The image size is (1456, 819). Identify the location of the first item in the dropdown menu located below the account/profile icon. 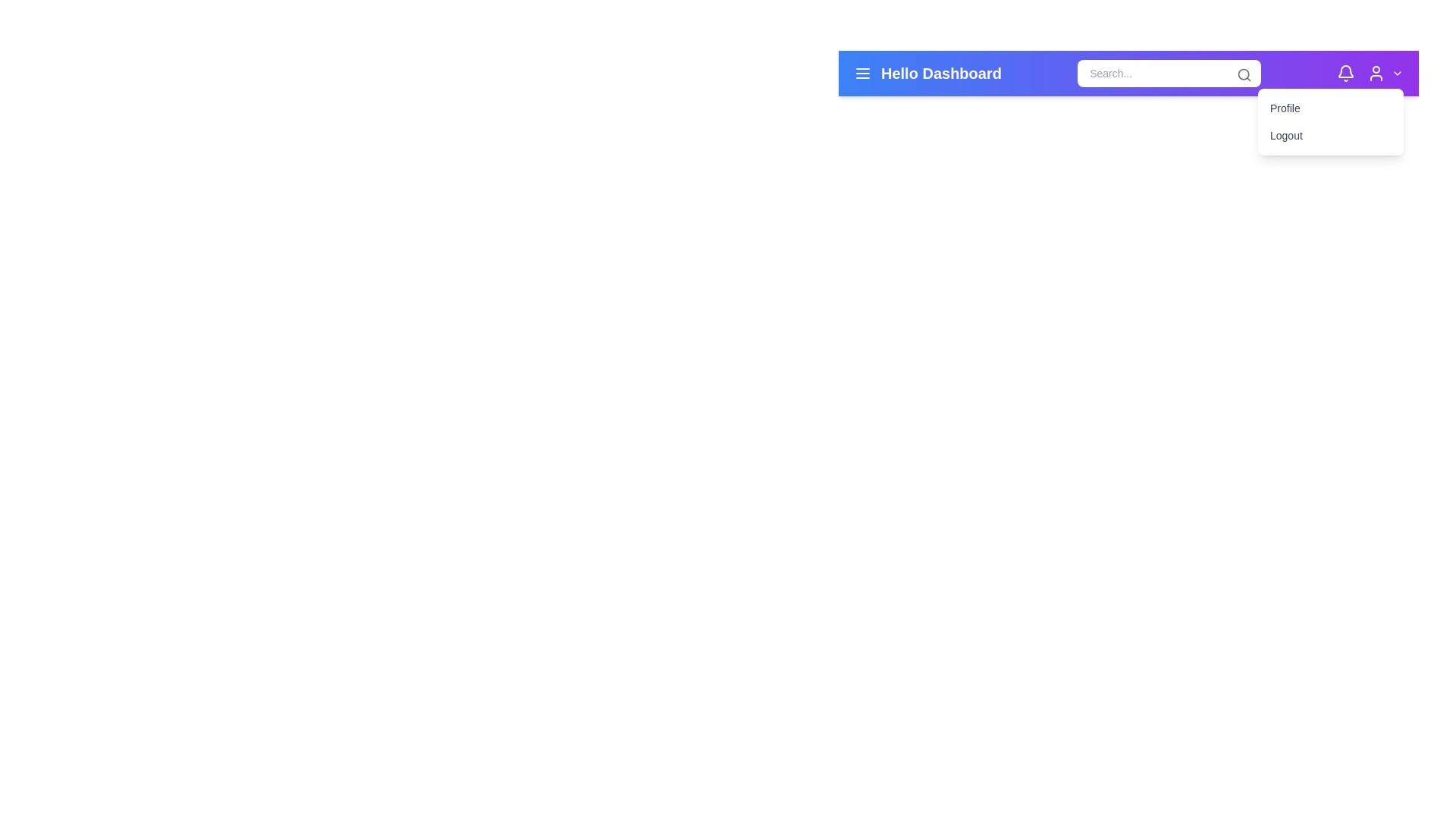
(1284, 107).